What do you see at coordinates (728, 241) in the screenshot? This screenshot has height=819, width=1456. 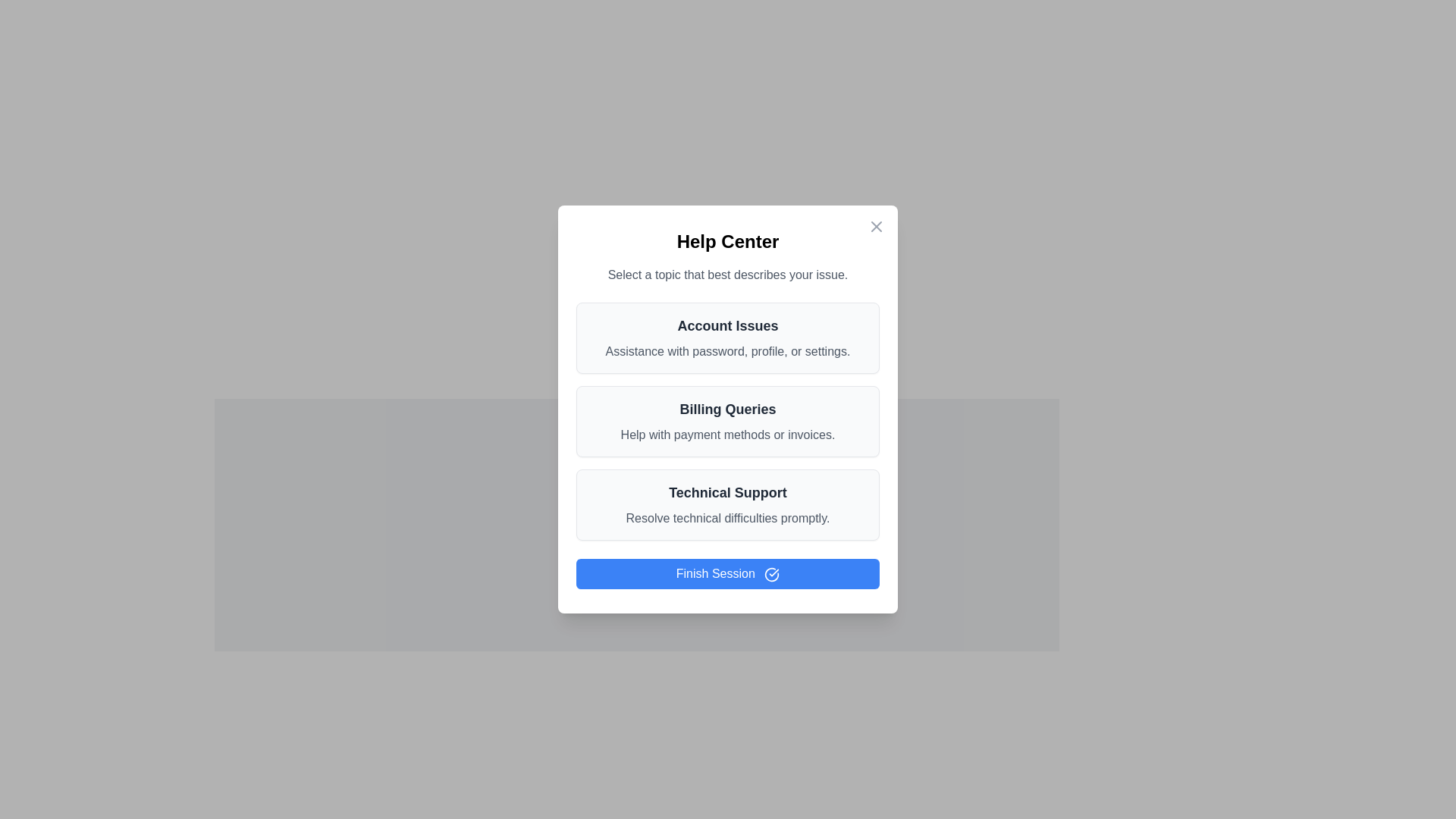 I see `the 'Help Center' header text element, which is bold and centered at the top of the modal interface` at bounding box center [728, 241].